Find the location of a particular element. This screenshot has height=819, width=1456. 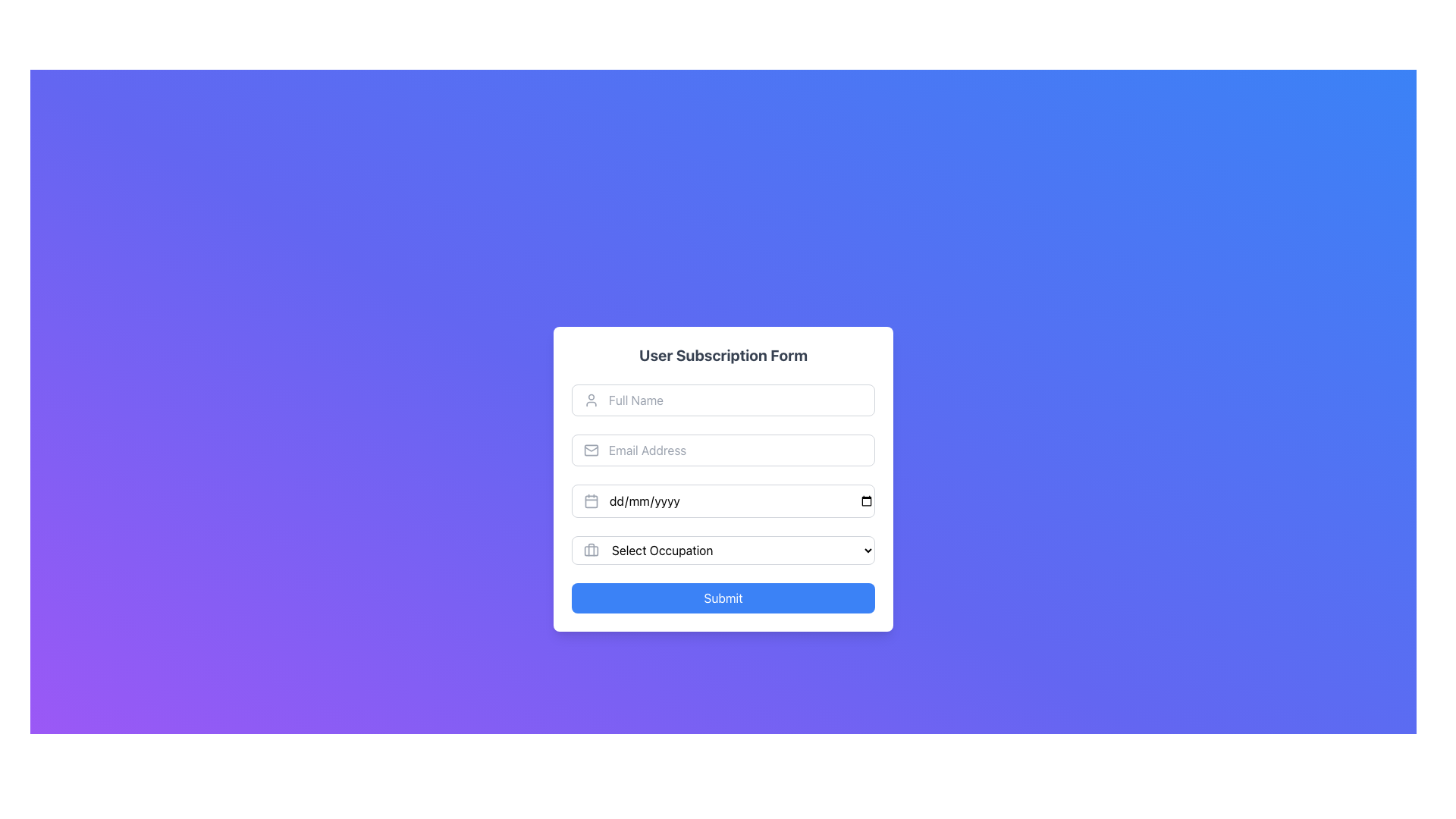

the blue 'Submit' button located at the bottom of the 'User Subscription Form' card is located at coordinates (723, 598).